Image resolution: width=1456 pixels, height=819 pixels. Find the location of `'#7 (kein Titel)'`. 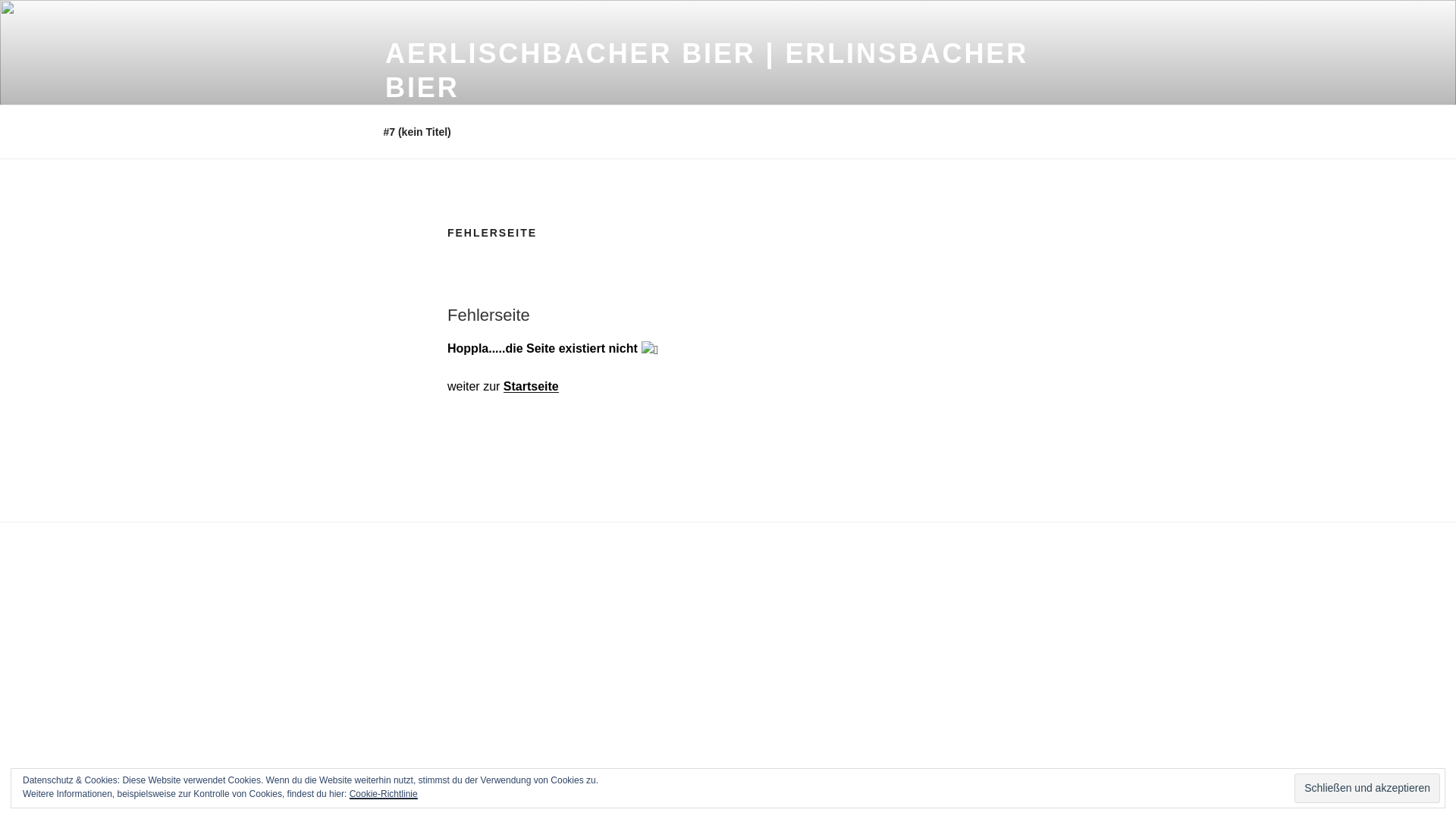

'#7 (kein Titel)' is located at coordinates (417, 131).